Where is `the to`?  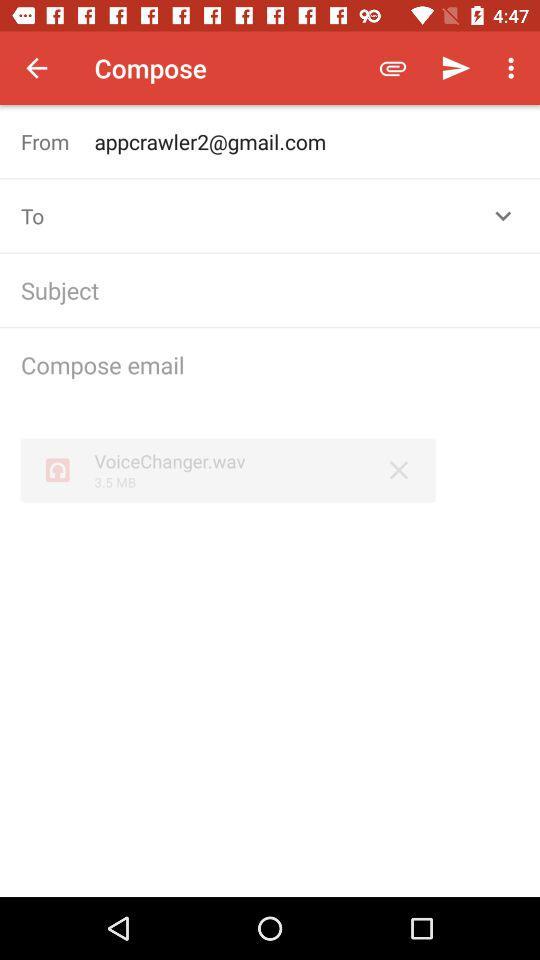
the to is located at coordinates (57, 216).